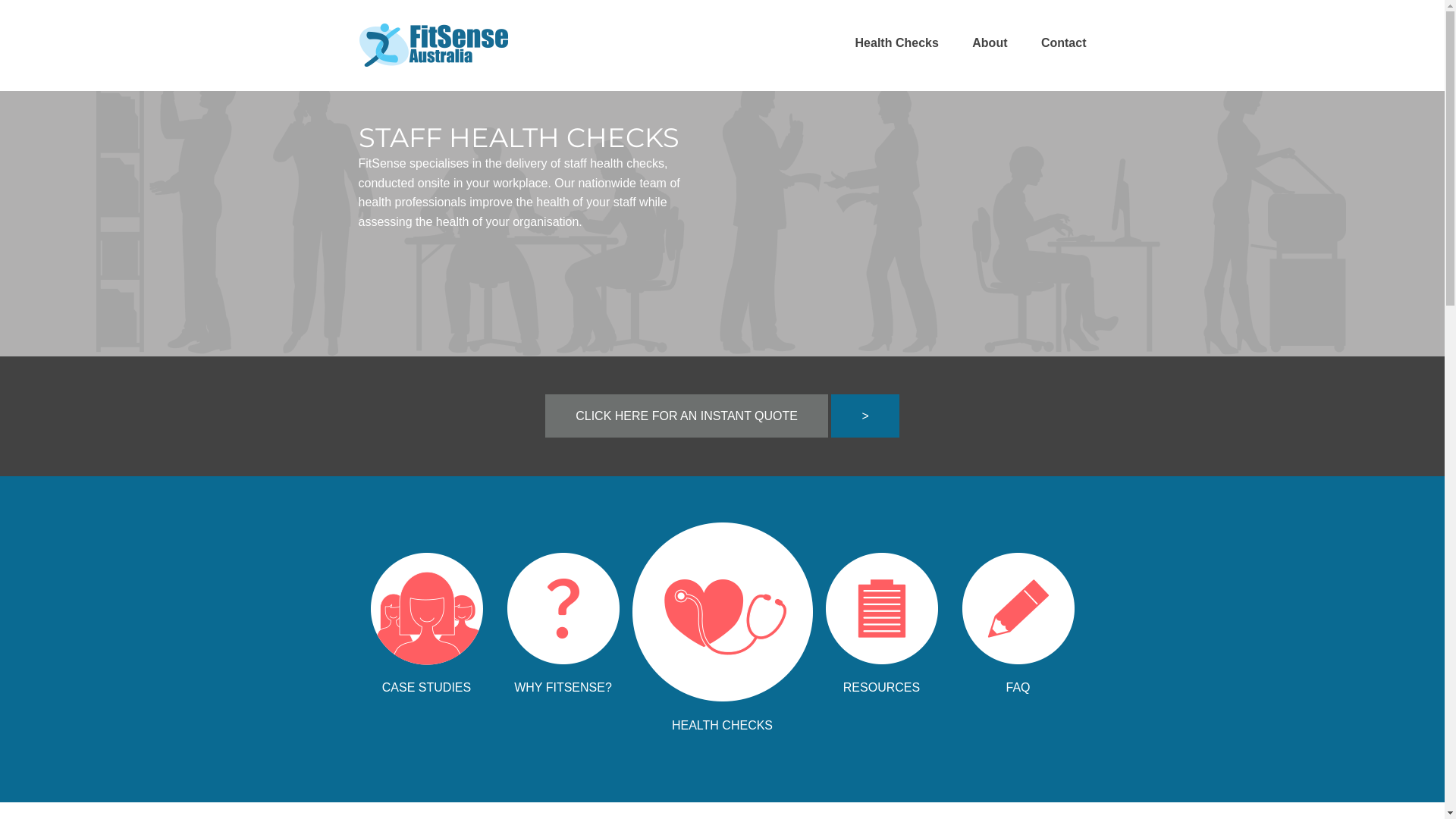 The image size is (1456, 819). I want to click on 'Health Checks', so click(896, 42).